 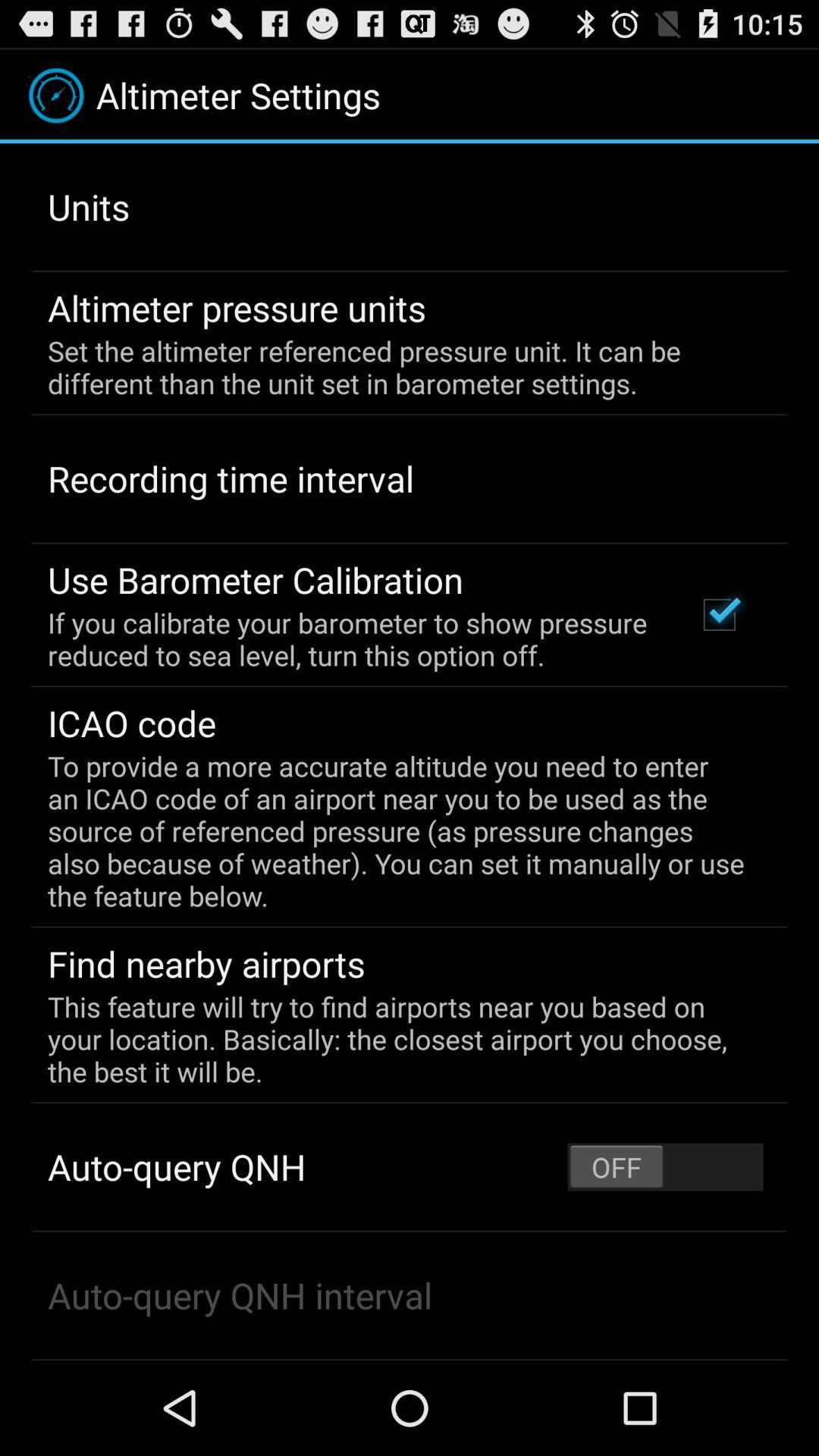 What do you see at coordinates (231, 478) in the screenshot?
I see `item below the set the altimeter` at bounding box center [231, 478].